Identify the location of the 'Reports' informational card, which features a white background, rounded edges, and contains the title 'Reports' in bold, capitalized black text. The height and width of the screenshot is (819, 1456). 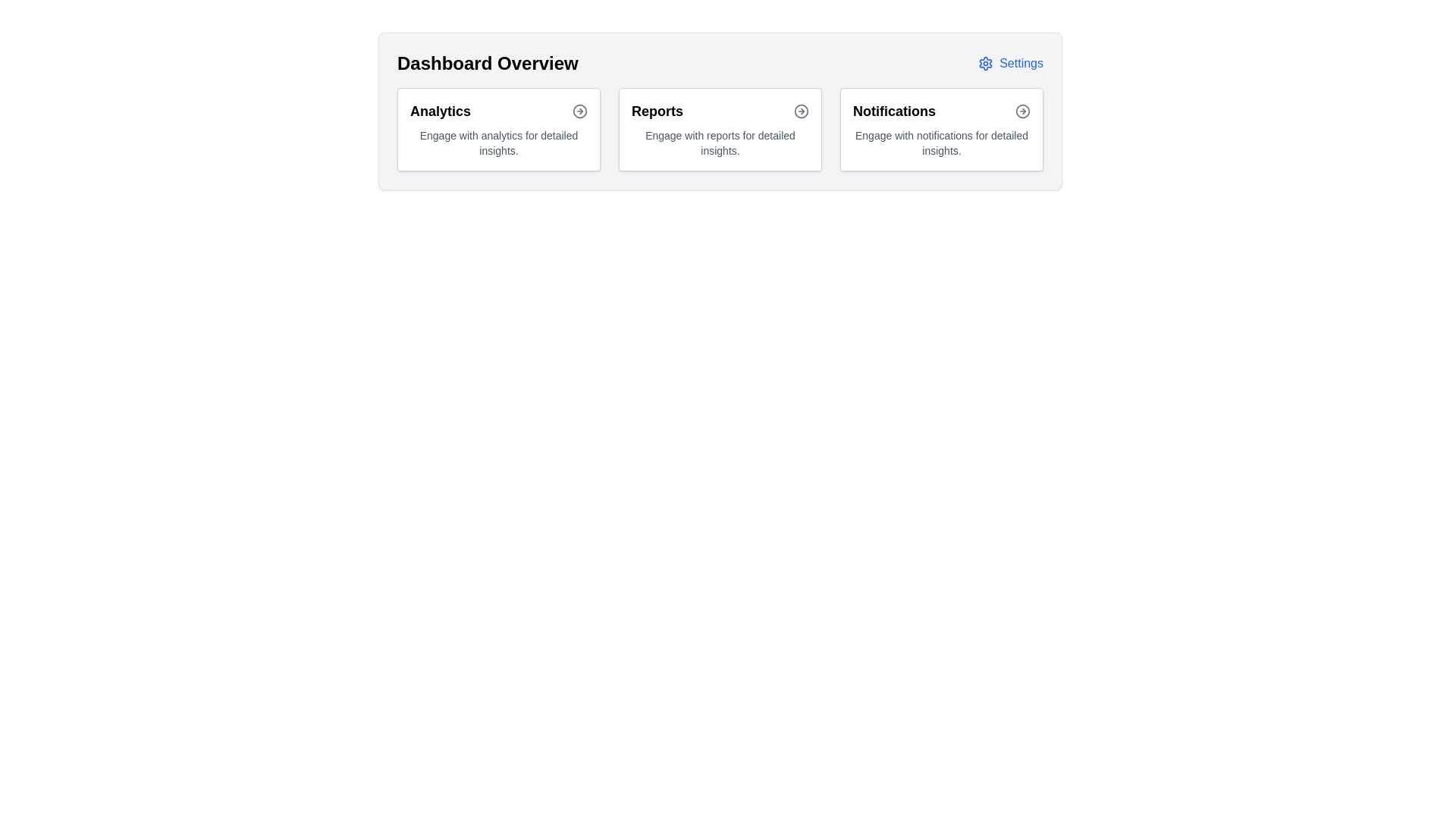
(720, 128).